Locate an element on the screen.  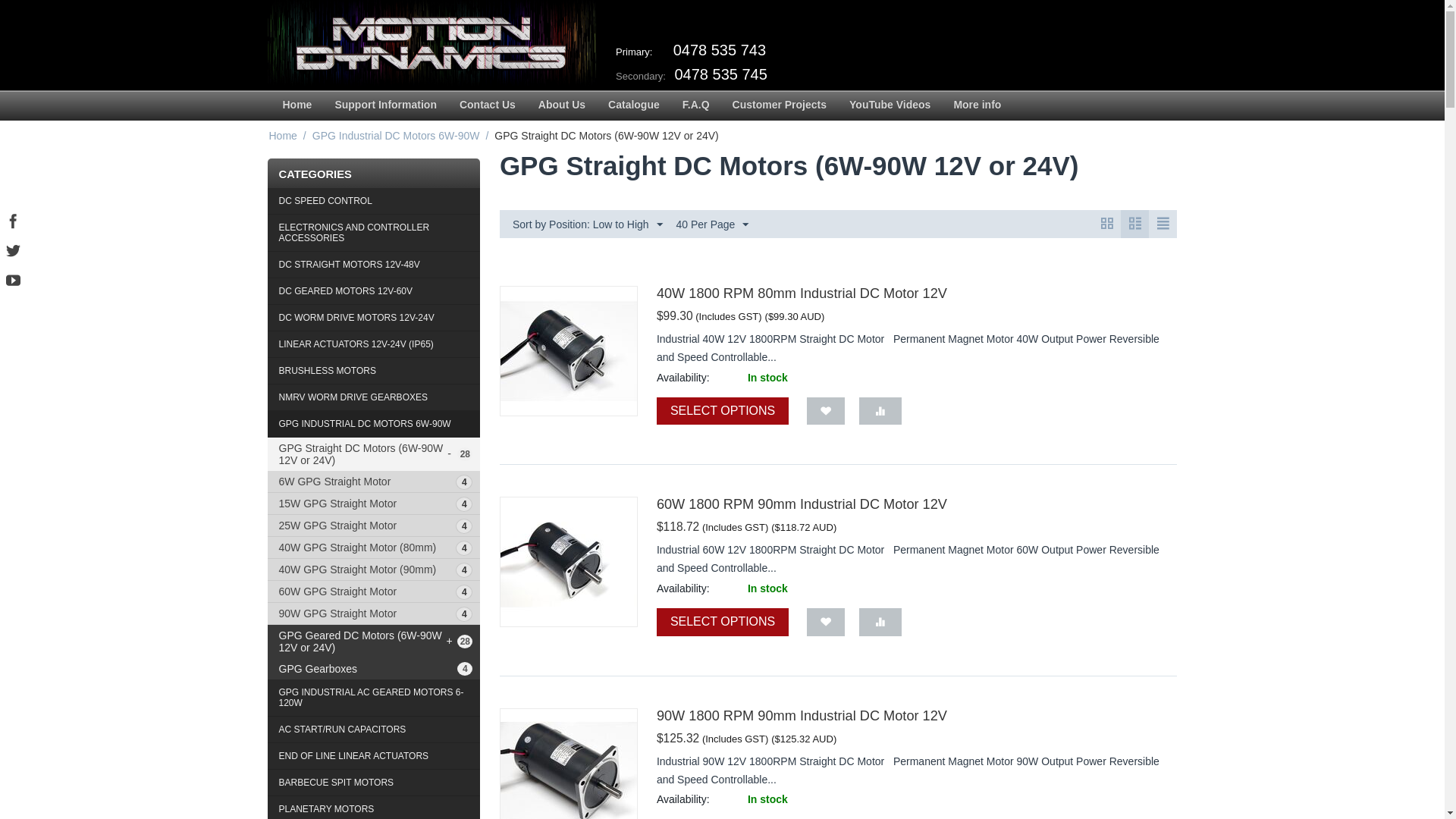
'BRUSHLESS MOTORS' is located at coordinates (373, 371).